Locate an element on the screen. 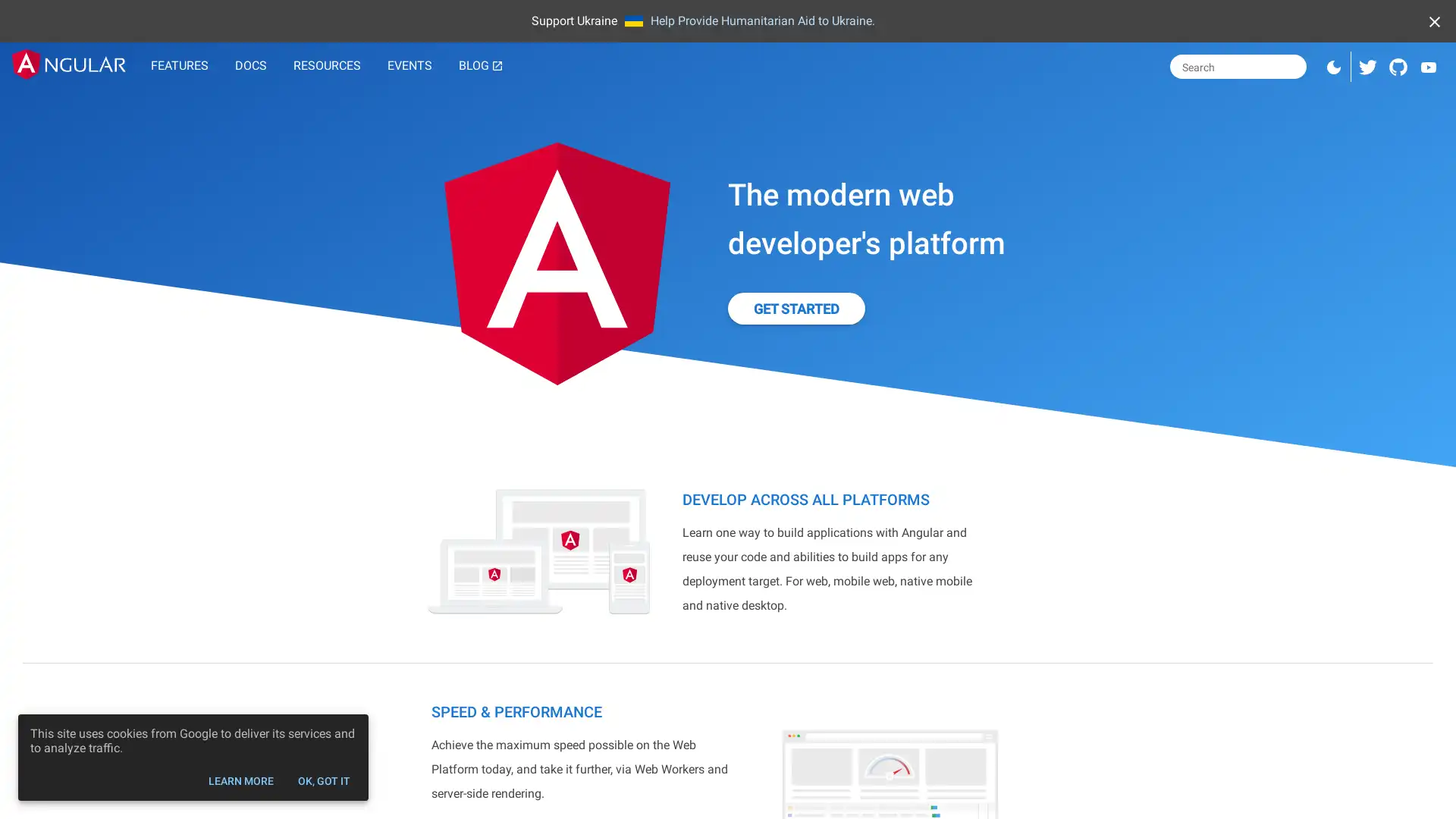 This screenshot has width=1456, height=819. Switch to dark mode is located at coordinates (1332, 66).